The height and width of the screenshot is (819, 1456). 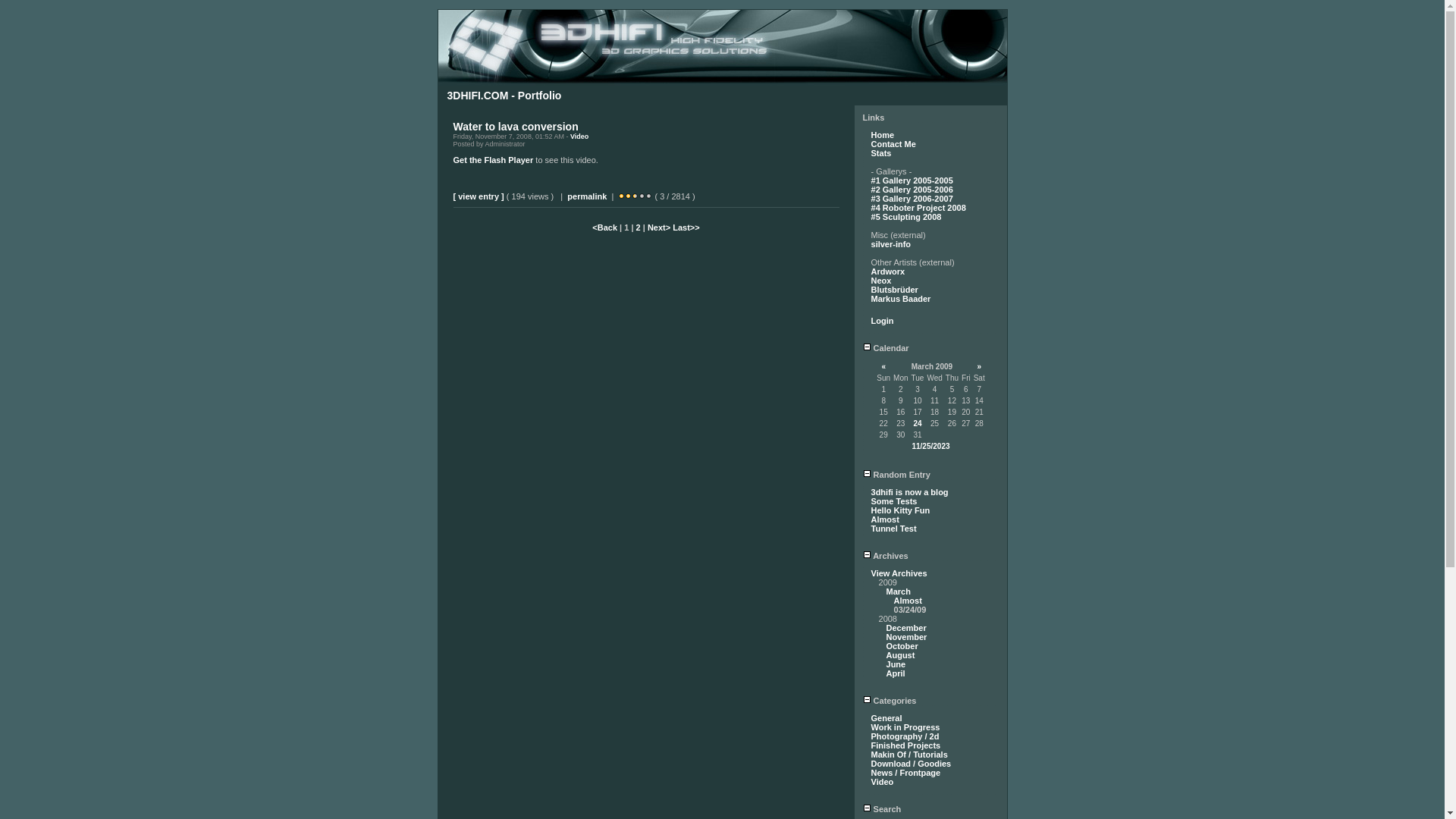 What do you see at coordinates (871, 152) in the screenshot?
I see `'Stats'` at bounding box center [871, 152].